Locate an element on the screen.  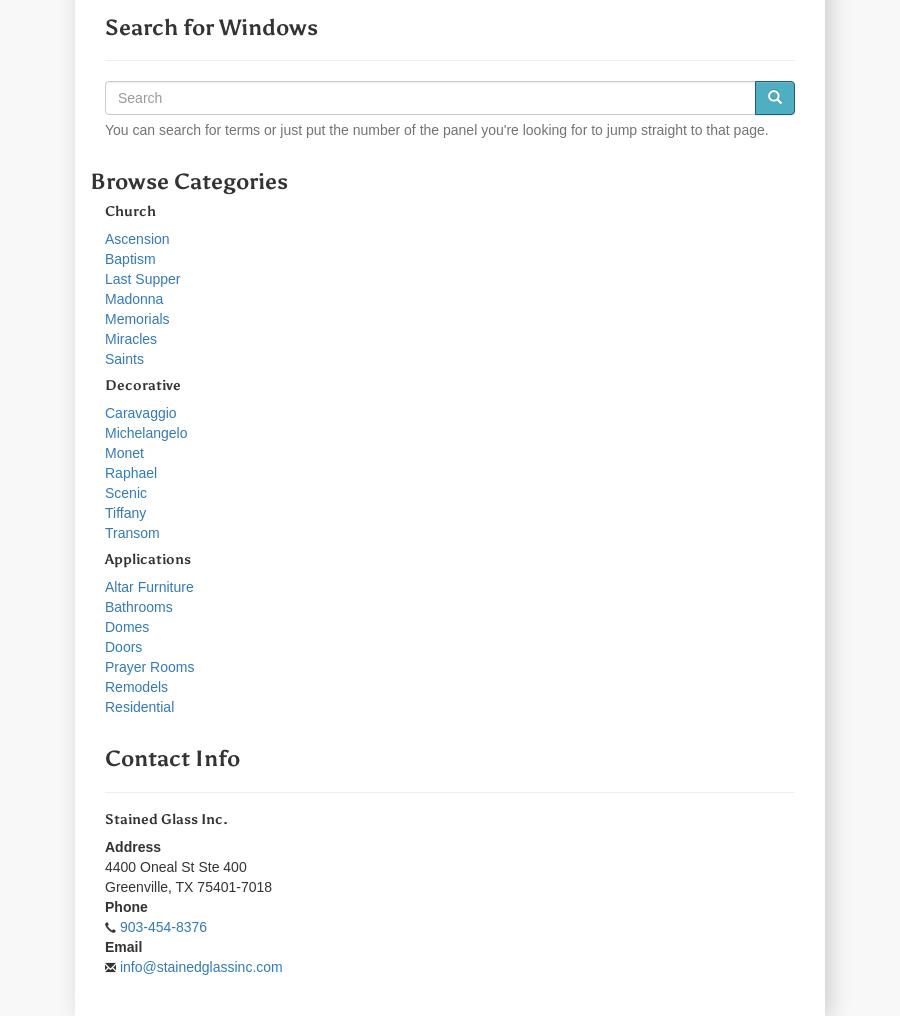
'Residential' is located at coordinates (104, 706).